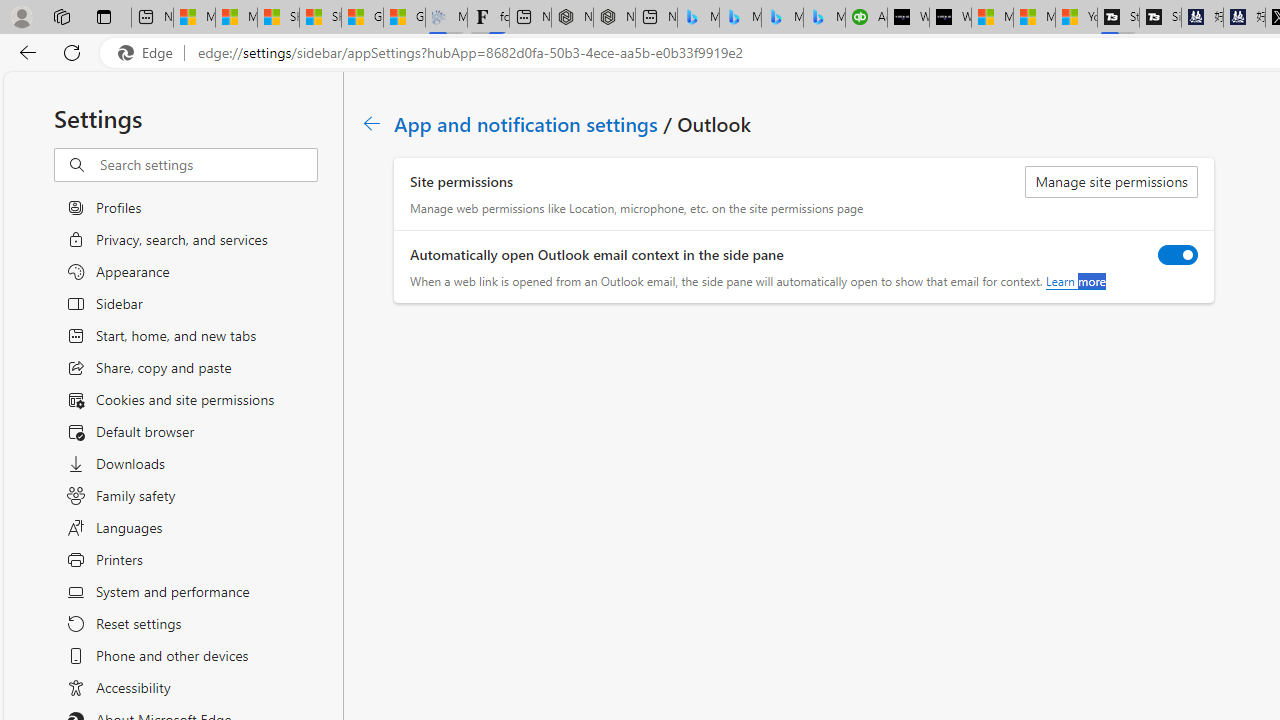  I want to click on 'Manage site permissions', so click(1110, 182).